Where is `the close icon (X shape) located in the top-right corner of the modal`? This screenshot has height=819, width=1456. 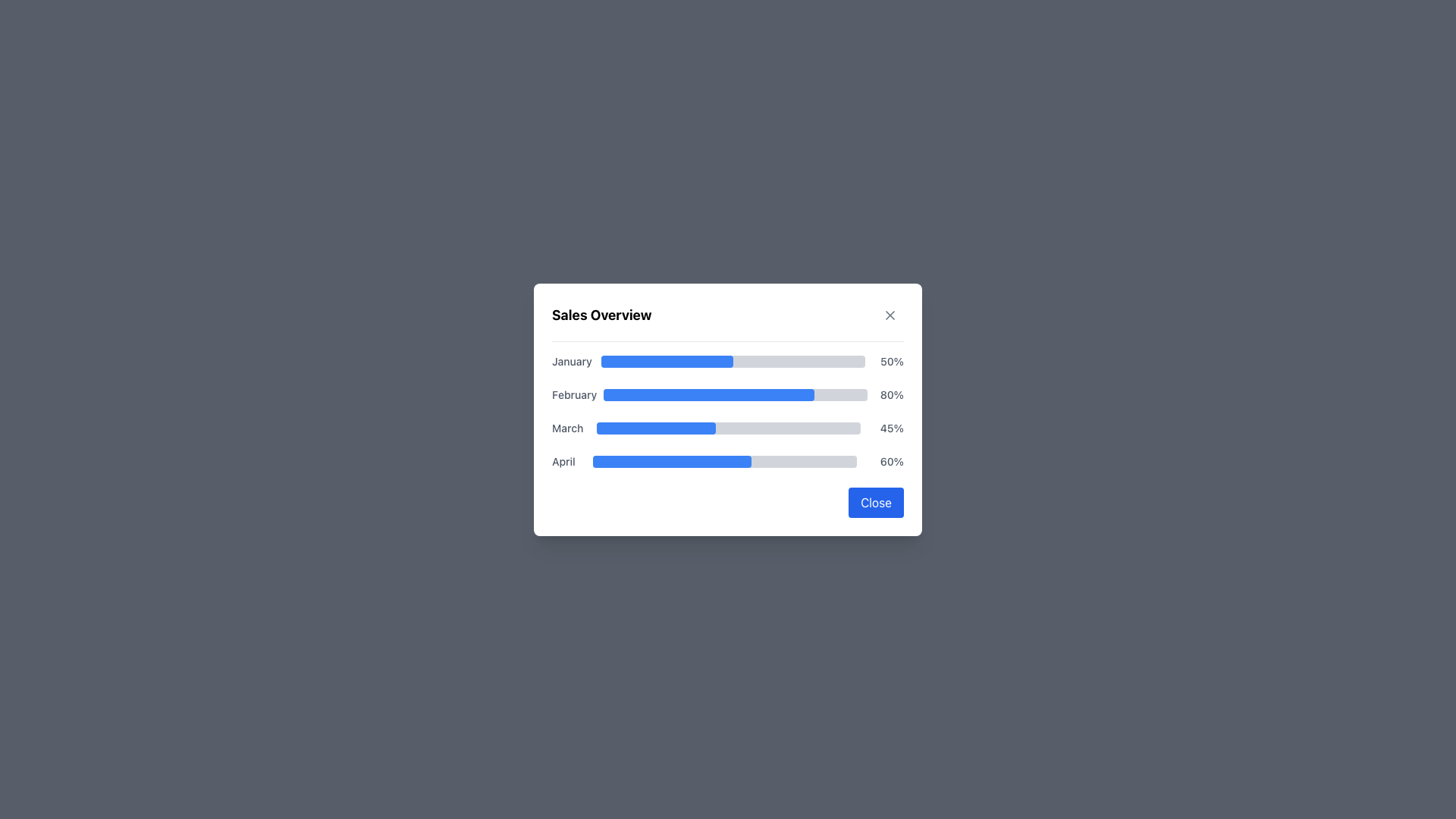 the close icon (X shape) located in the top-right corner of the modal is located at coordinates (890, 314).